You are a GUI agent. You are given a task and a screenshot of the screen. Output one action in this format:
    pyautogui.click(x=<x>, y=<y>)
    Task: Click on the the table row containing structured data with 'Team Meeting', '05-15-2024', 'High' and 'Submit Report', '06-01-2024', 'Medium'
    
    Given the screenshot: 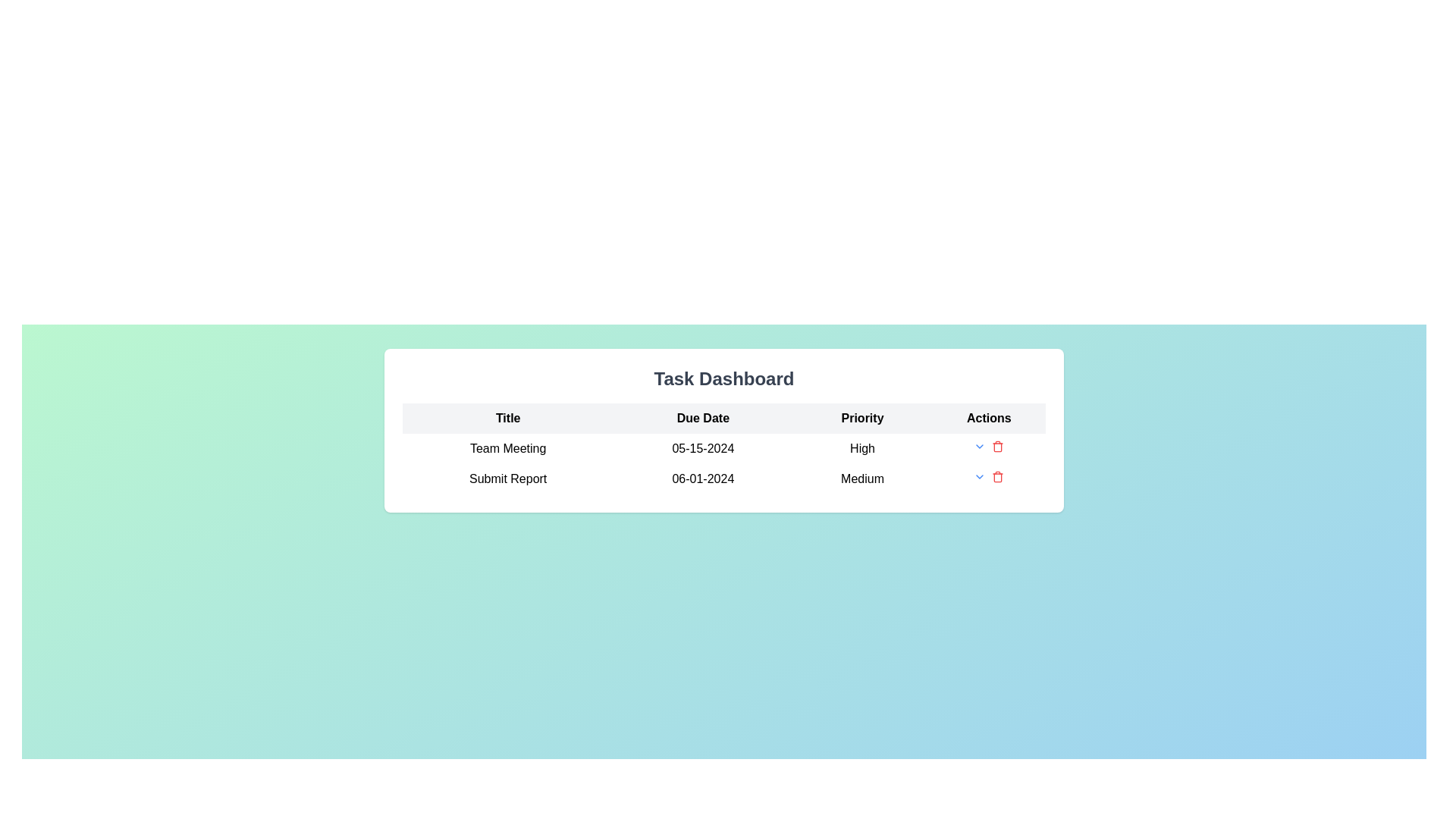 What is the action you would take?
    pyautogui.click(x=723, y=463)
    